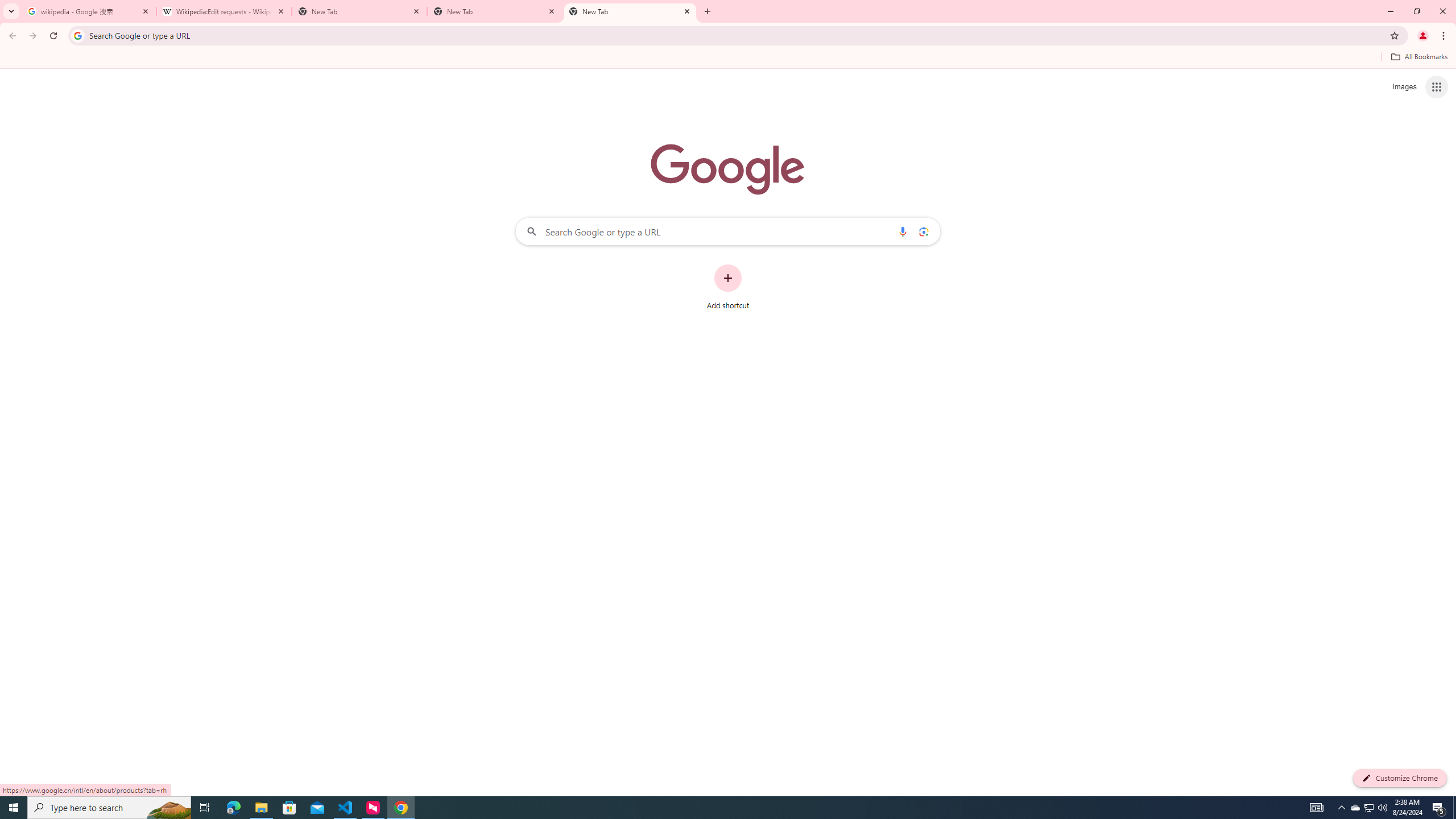 The image size is (1456, 819). Describe the element at coordinates (630, 11) in the screenshot. I see `'New Tab'` at that location.